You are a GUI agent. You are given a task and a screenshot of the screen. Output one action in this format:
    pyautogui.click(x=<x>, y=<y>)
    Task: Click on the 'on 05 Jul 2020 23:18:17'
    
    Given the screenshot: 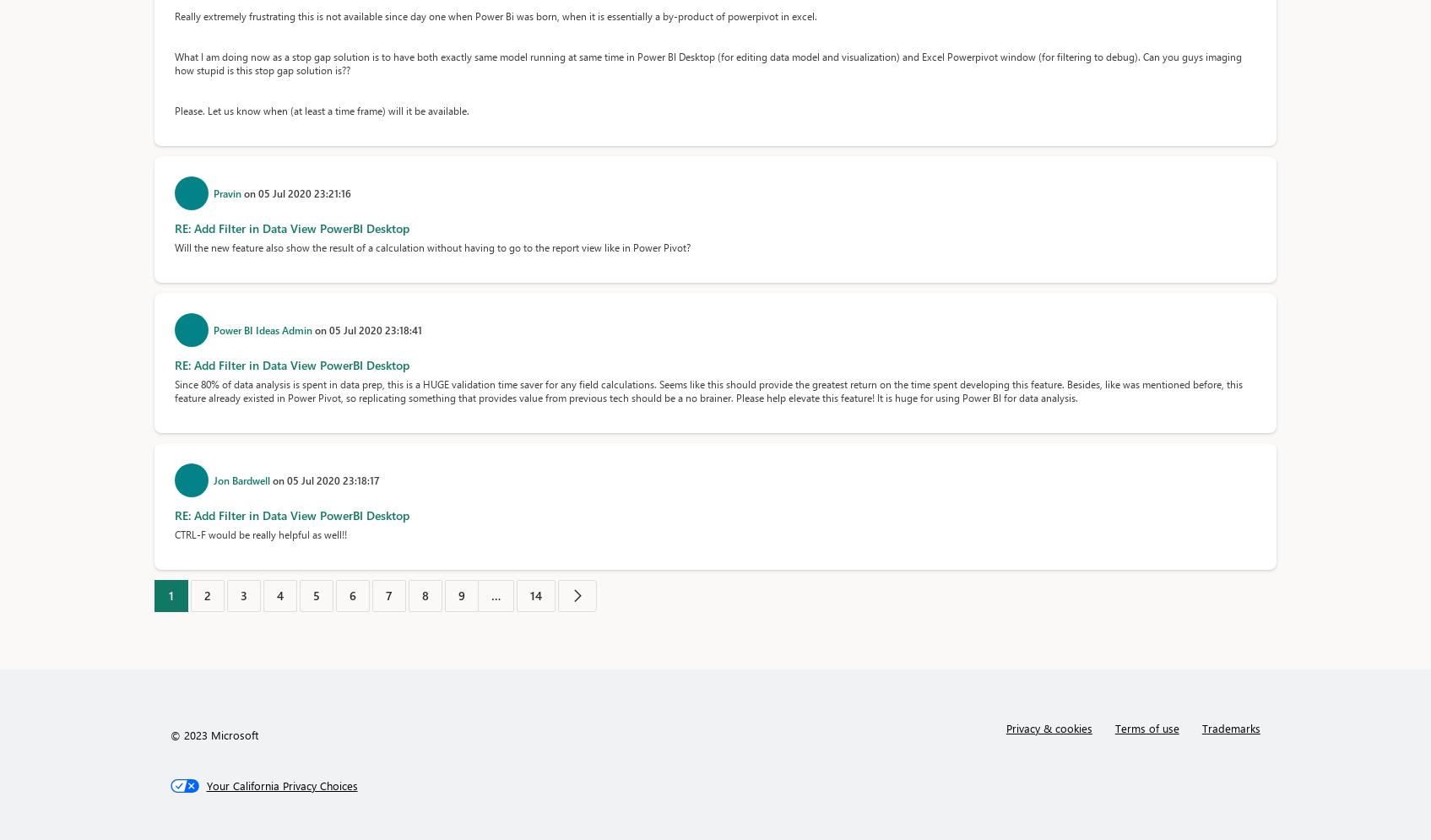 What is the action you would take?
    pyautogui.click(x=323, y=480)
    